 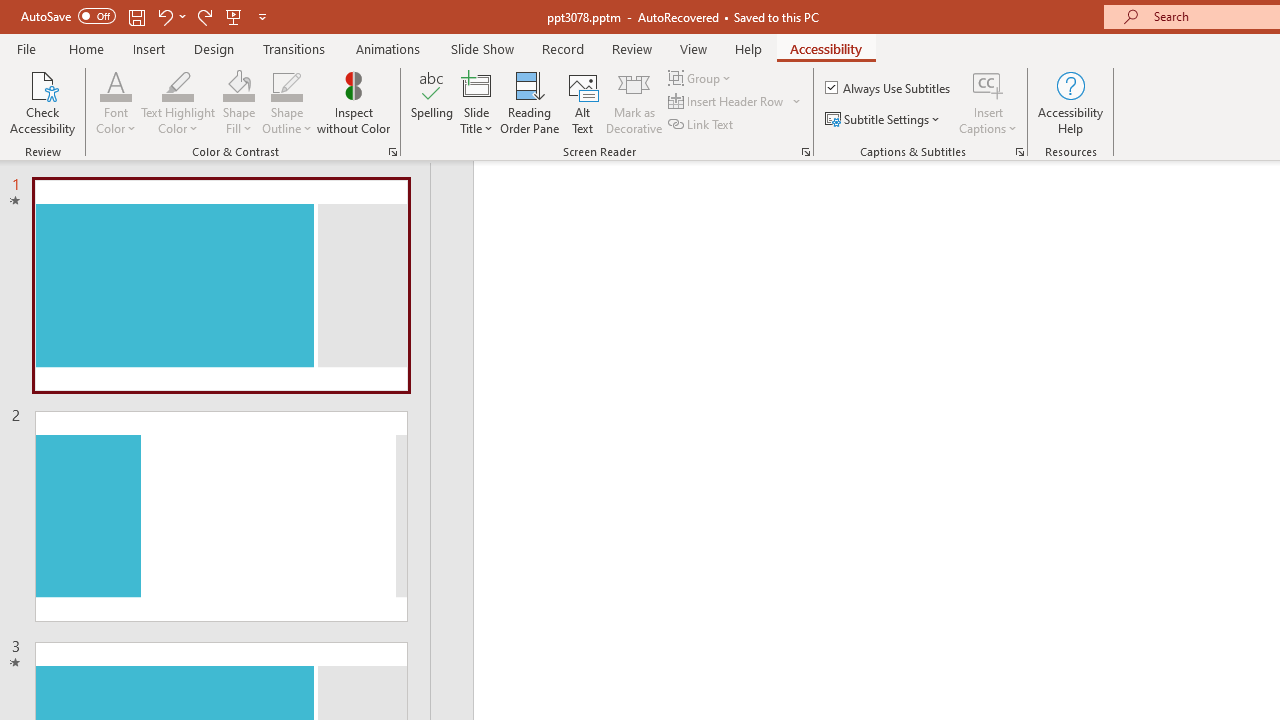 What do you see at coordinates (529, 103) in the screenshot?
I see `'Reading Order Pane'` at bounding box center [529, 103].